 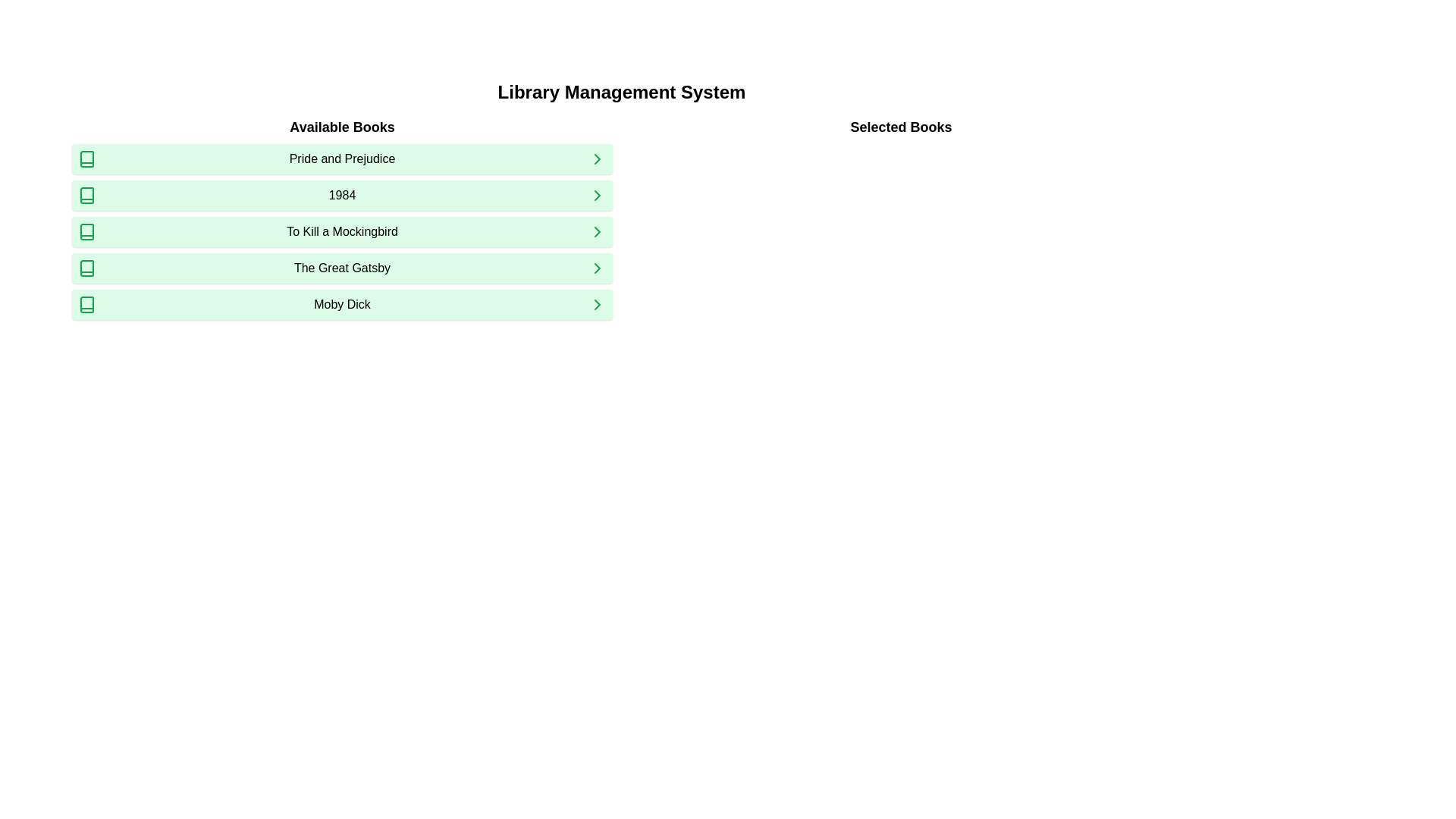 I want to click on the selectable button for the book titled 'Moby Dick' located at the bottom of the vertical list under 'Available Books', so click(x=341, y=304).